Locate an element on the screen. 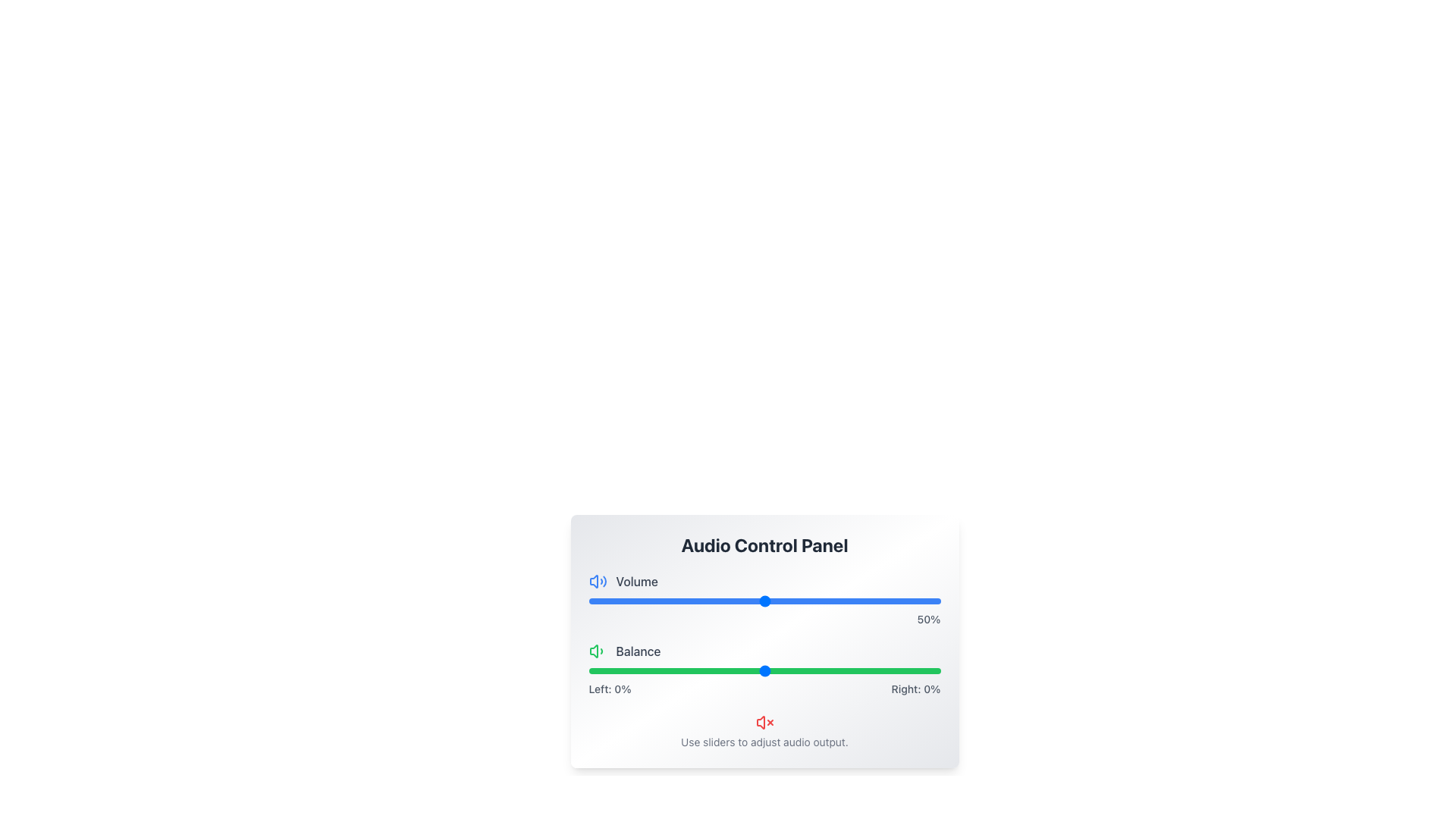  the slider value is located at coordinates (750, 601).